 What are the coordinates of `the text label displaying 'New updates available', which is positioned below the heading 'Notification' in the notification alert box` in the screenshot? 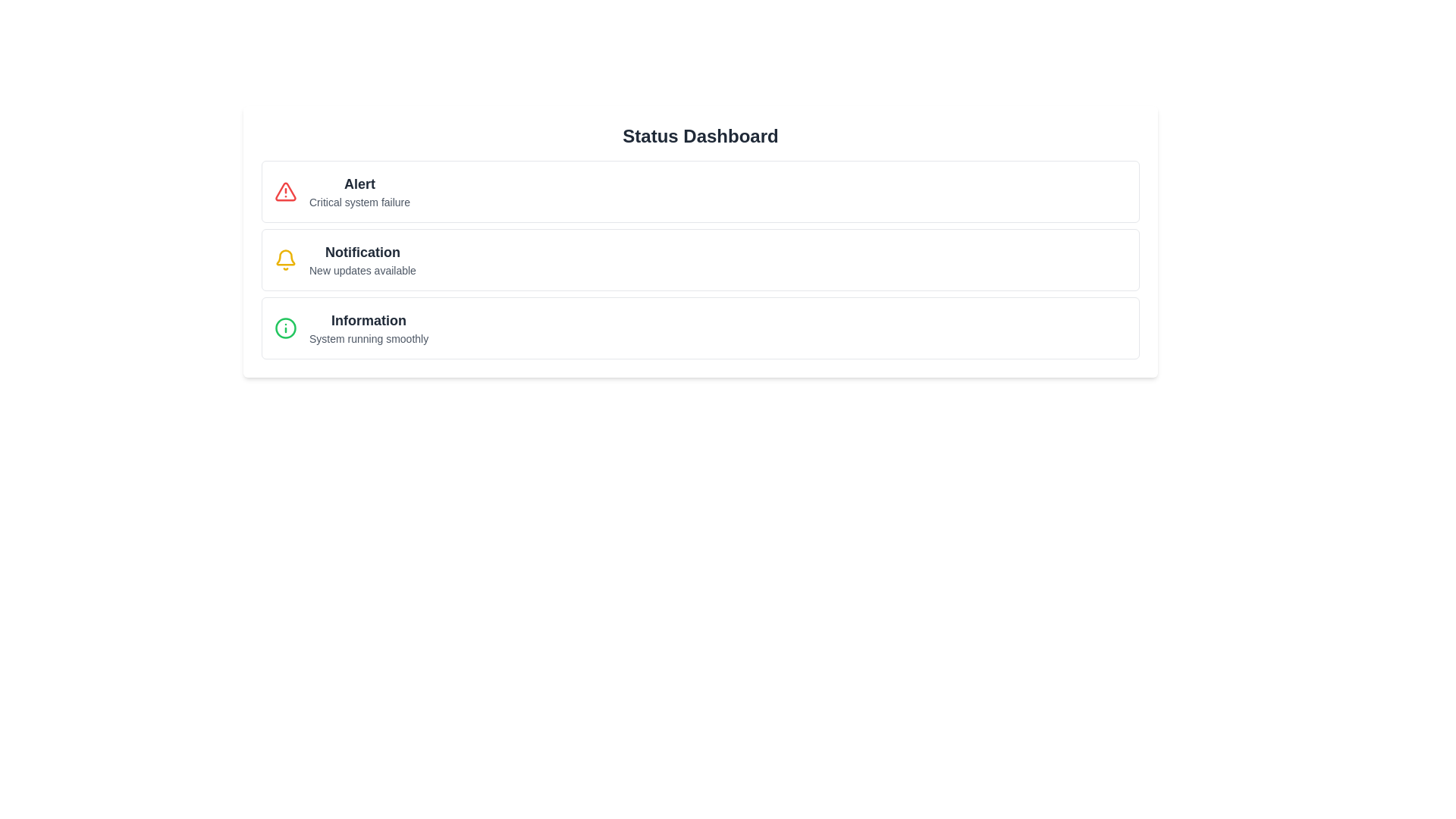 It's located at (362, 270).